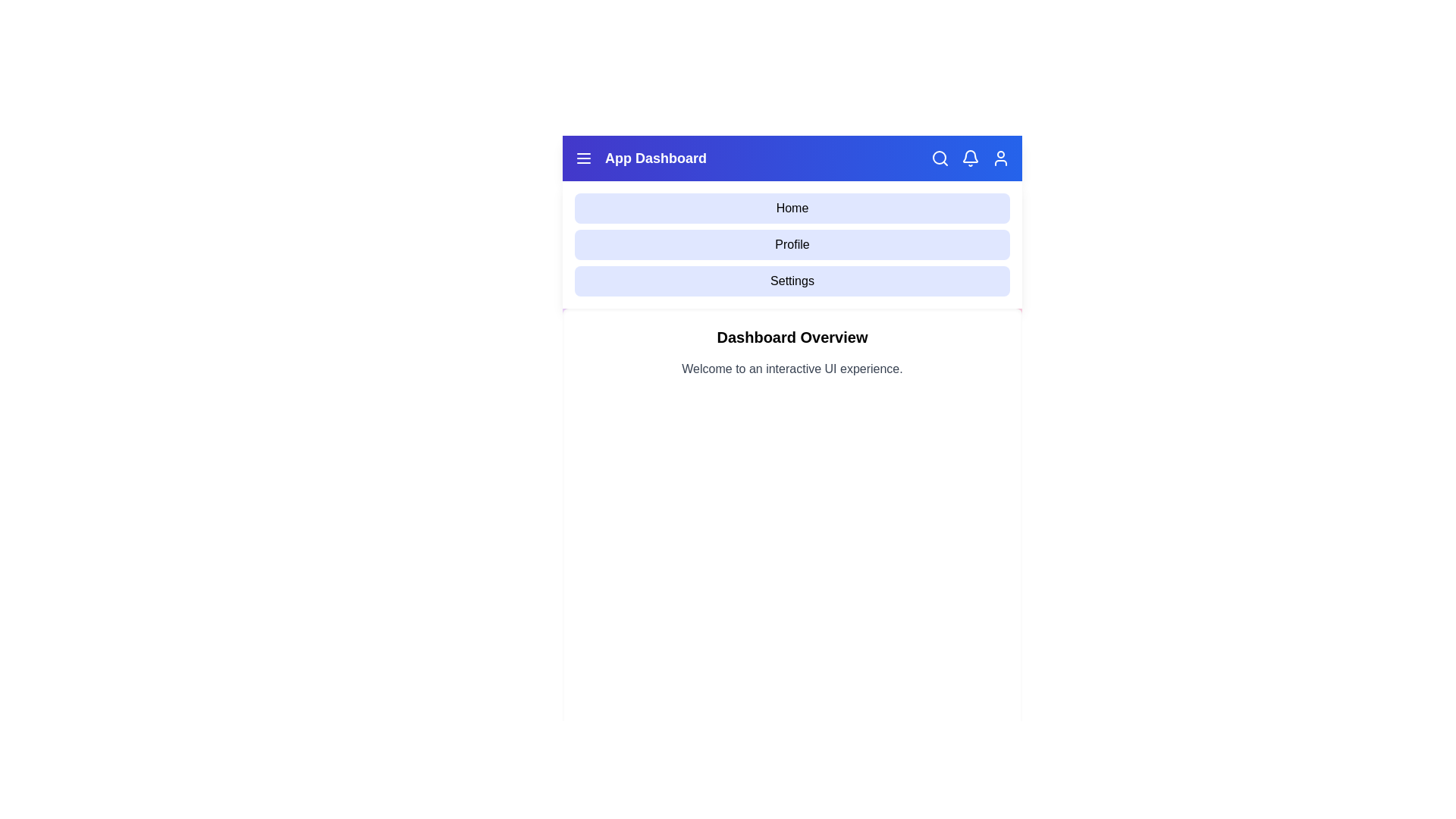 The image size is (1456, 819). I want to click on the 'Home' menu option, so click(792, 208).